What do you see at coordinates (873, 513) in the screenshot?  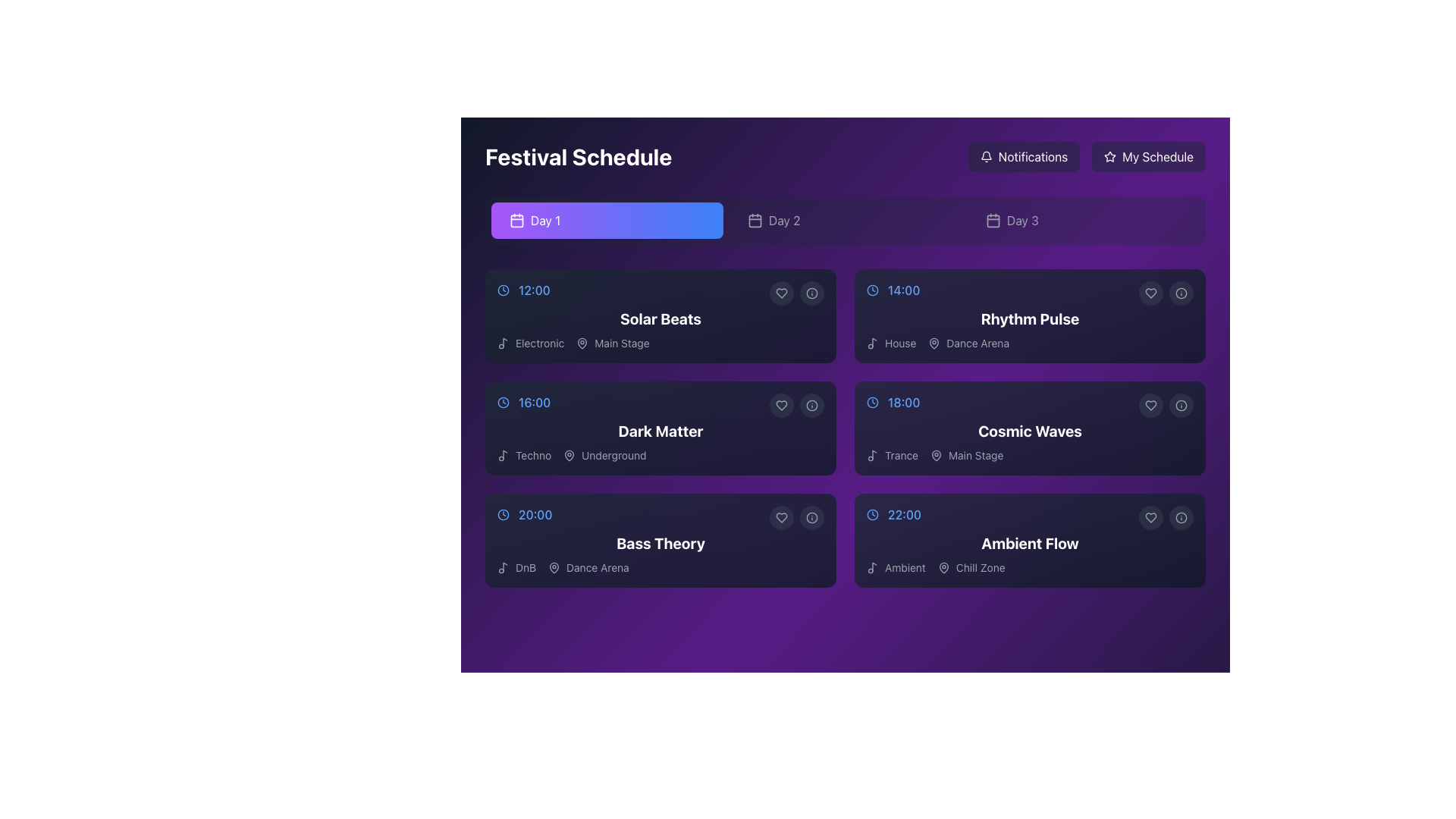 I see `the icon located in the top-left corner of the '22:00' time label, which visually represents the time for the 'Ambient Flow' event` at bounding box center [873, 513].